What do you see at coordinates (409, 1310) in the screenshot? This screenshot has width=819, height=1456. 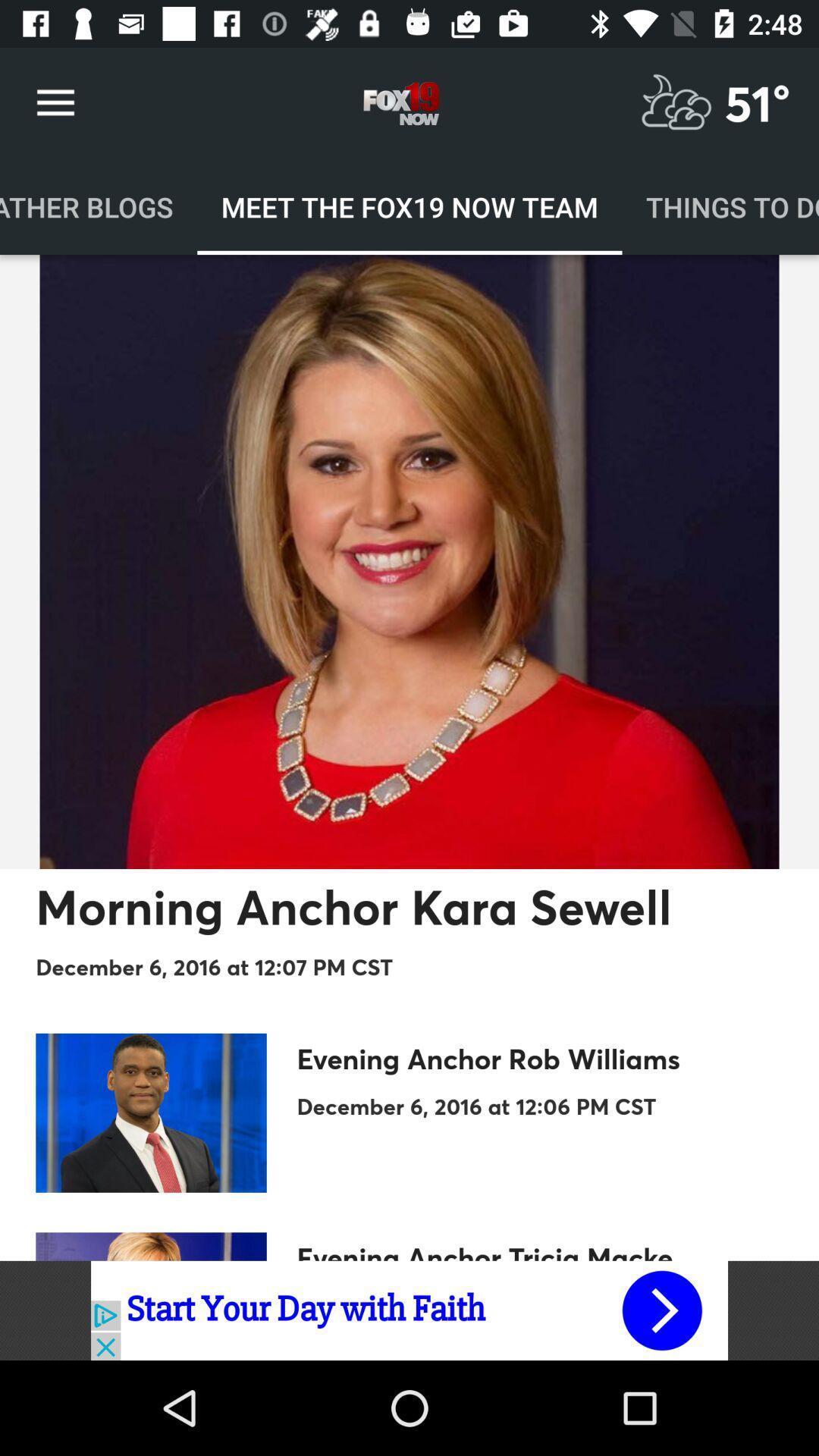 I see `bottom advertisement` at bounding box center [409, 1310].